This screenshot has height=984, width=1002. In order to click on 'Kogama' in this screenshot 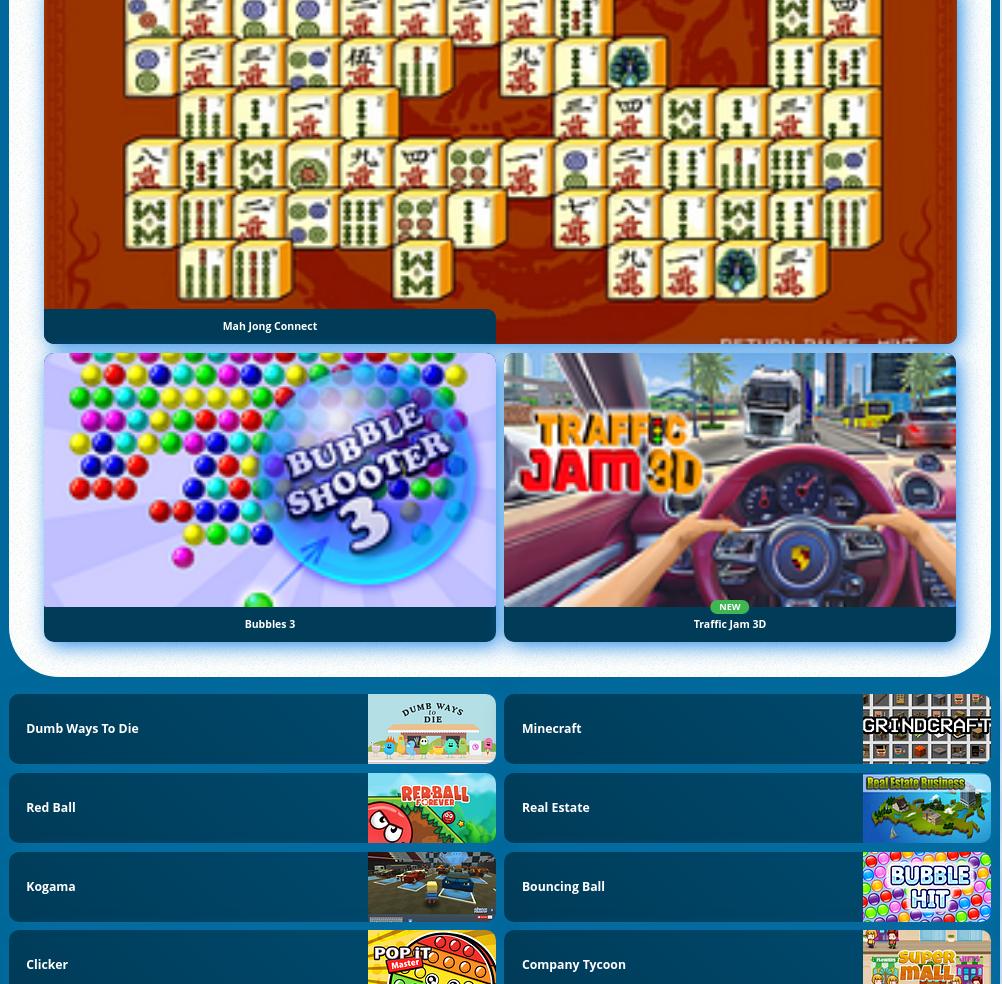, I will do `click(50, 885)`.